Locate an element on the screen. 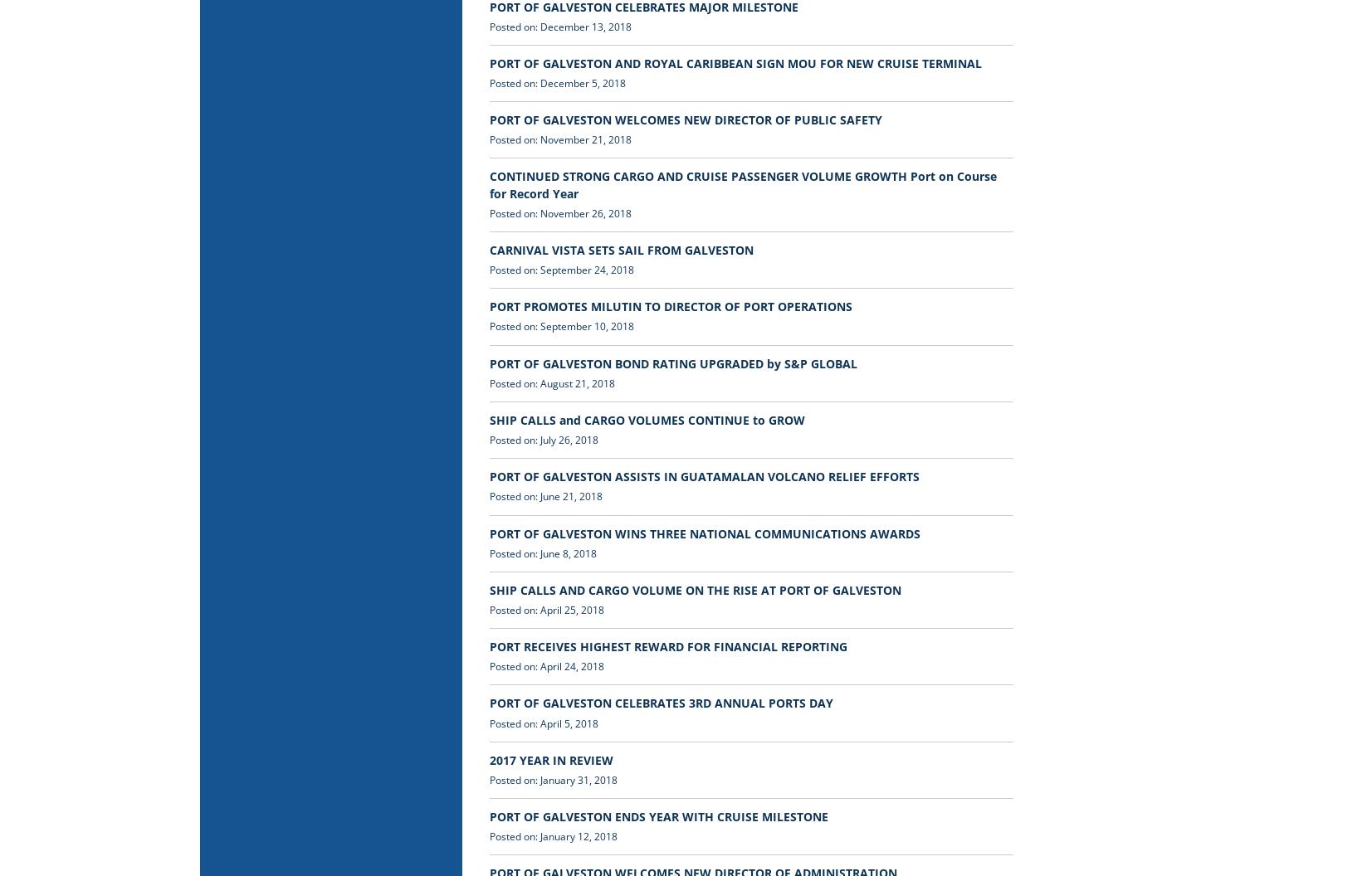 The width and height of the screenshot is (1372, 876). 'PORT OF GALVESTON AND ROYAL CARIBBEAN SIGN MOU FOR NEW CRUISE TERMINAL' is located at coordinates (735, 61).